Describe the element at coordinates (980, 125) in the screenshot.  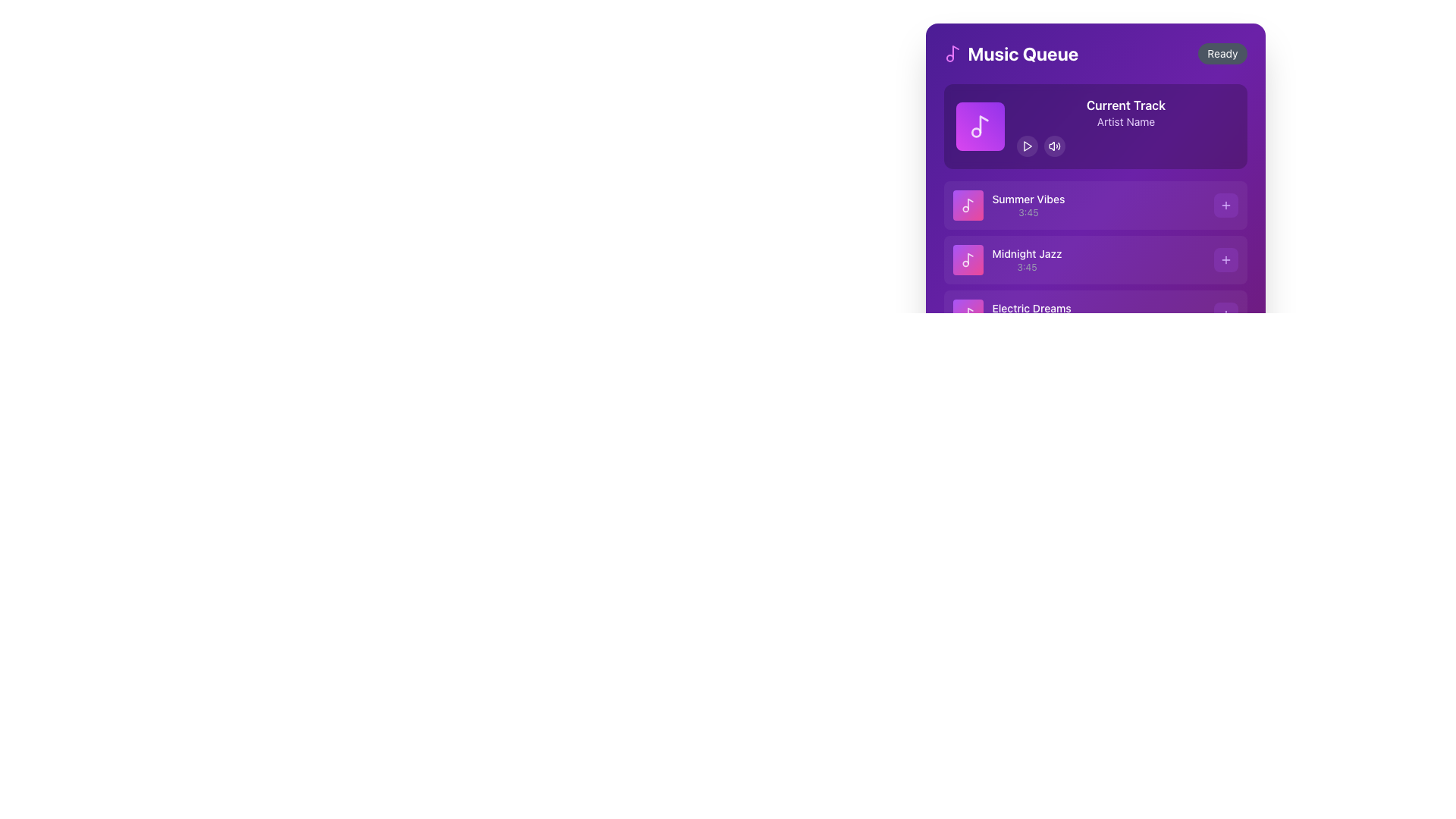
I see `the interactive button or icon that visually represents the currently playing musical track, located to the left of the text 'Current Track'` at that location.